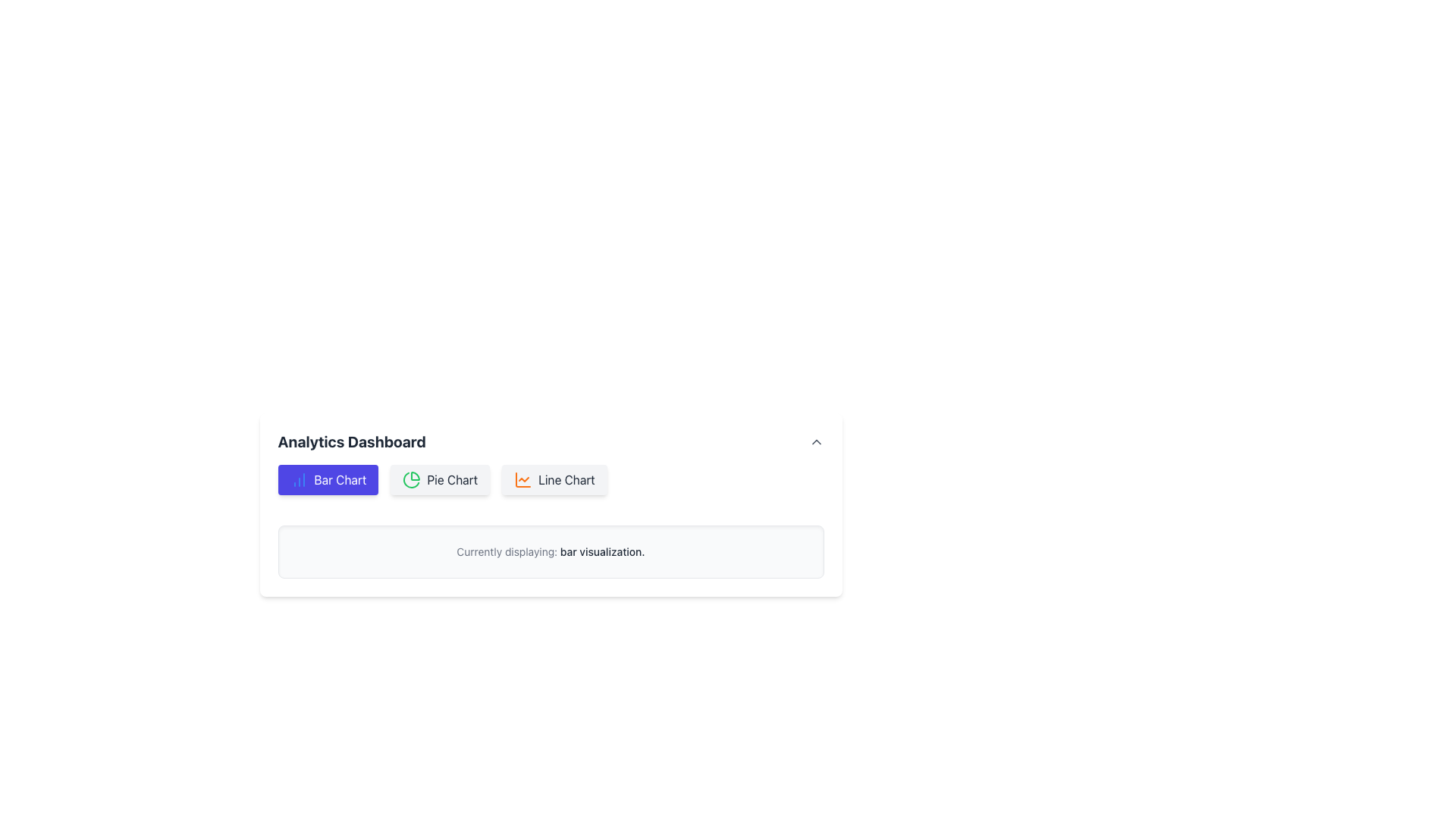 This screenshot has width=1456, height=819. I want to click on the 'Bar Chart' button which contains the text label, so click(339, 479).